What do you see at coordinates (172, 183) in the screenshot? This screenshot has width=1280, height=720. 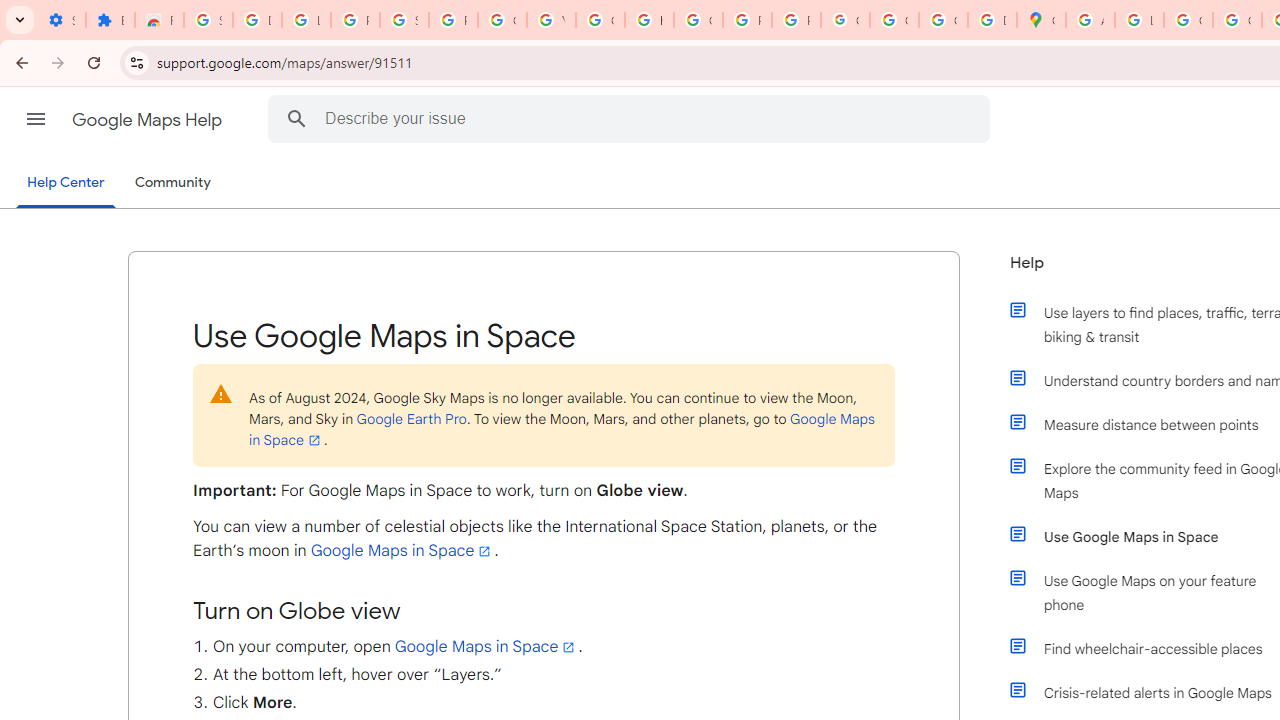 I see `'Community'` at bounding box center [172, 183].